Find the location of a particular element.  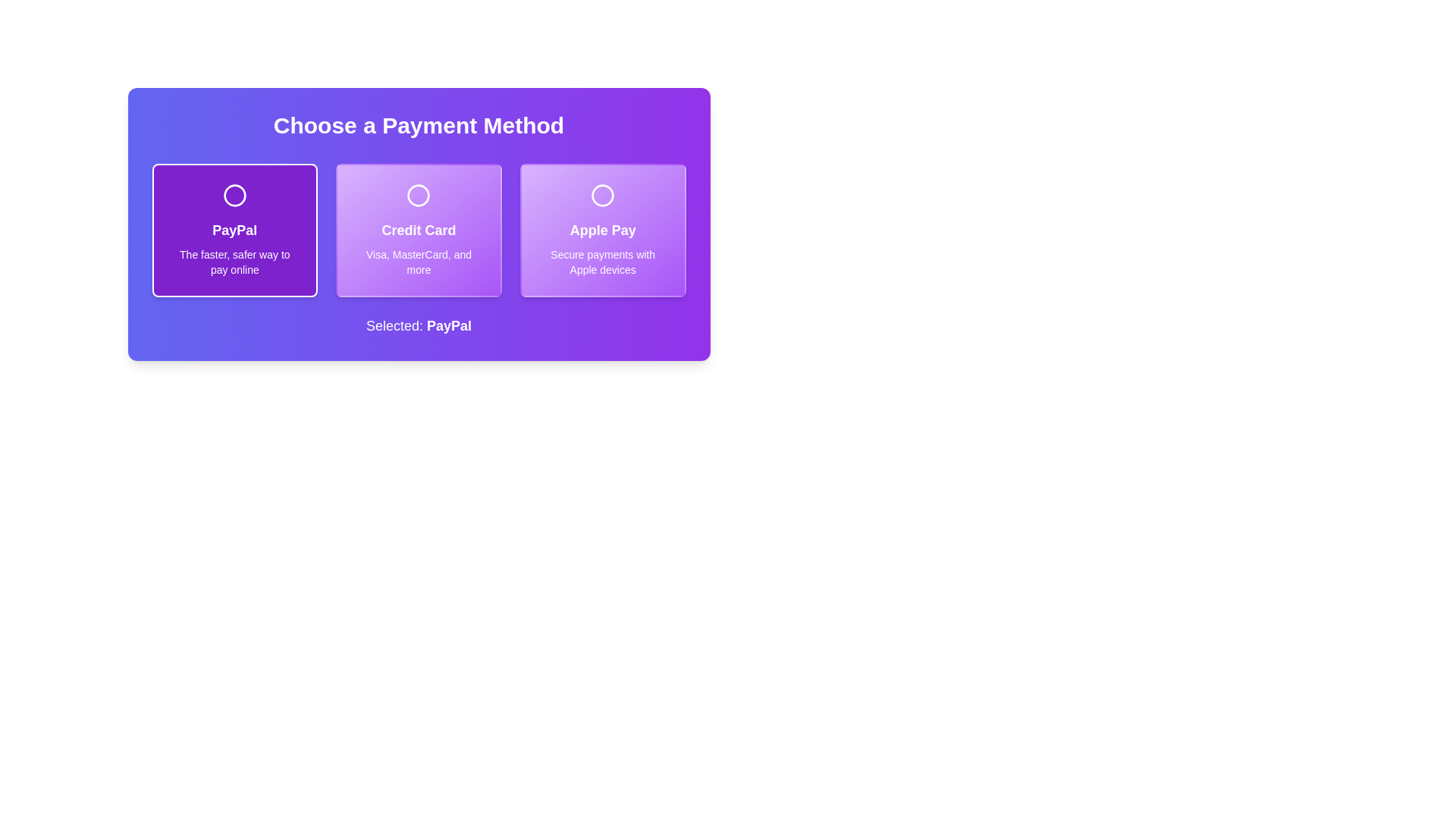

descriptive subtitle text located within the PayPal card, below the title 'PayPal' and an icon, centered horizontally and positioned towards the bottom of the card's contents is located at coordinates (234, 262).